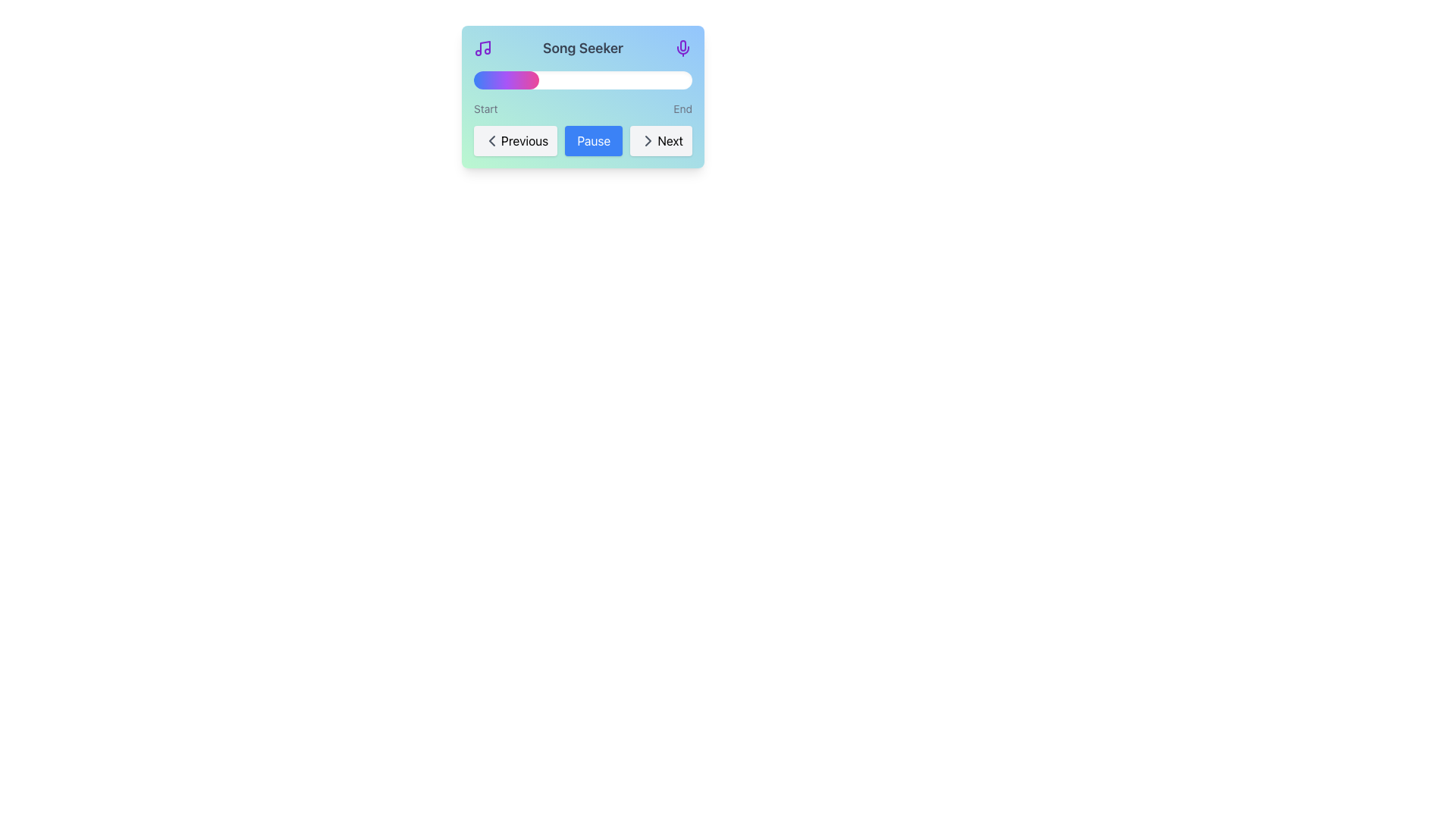  Describe the element at coordinates (493, 80) in the screenshot. I see `the slider value` at that location.